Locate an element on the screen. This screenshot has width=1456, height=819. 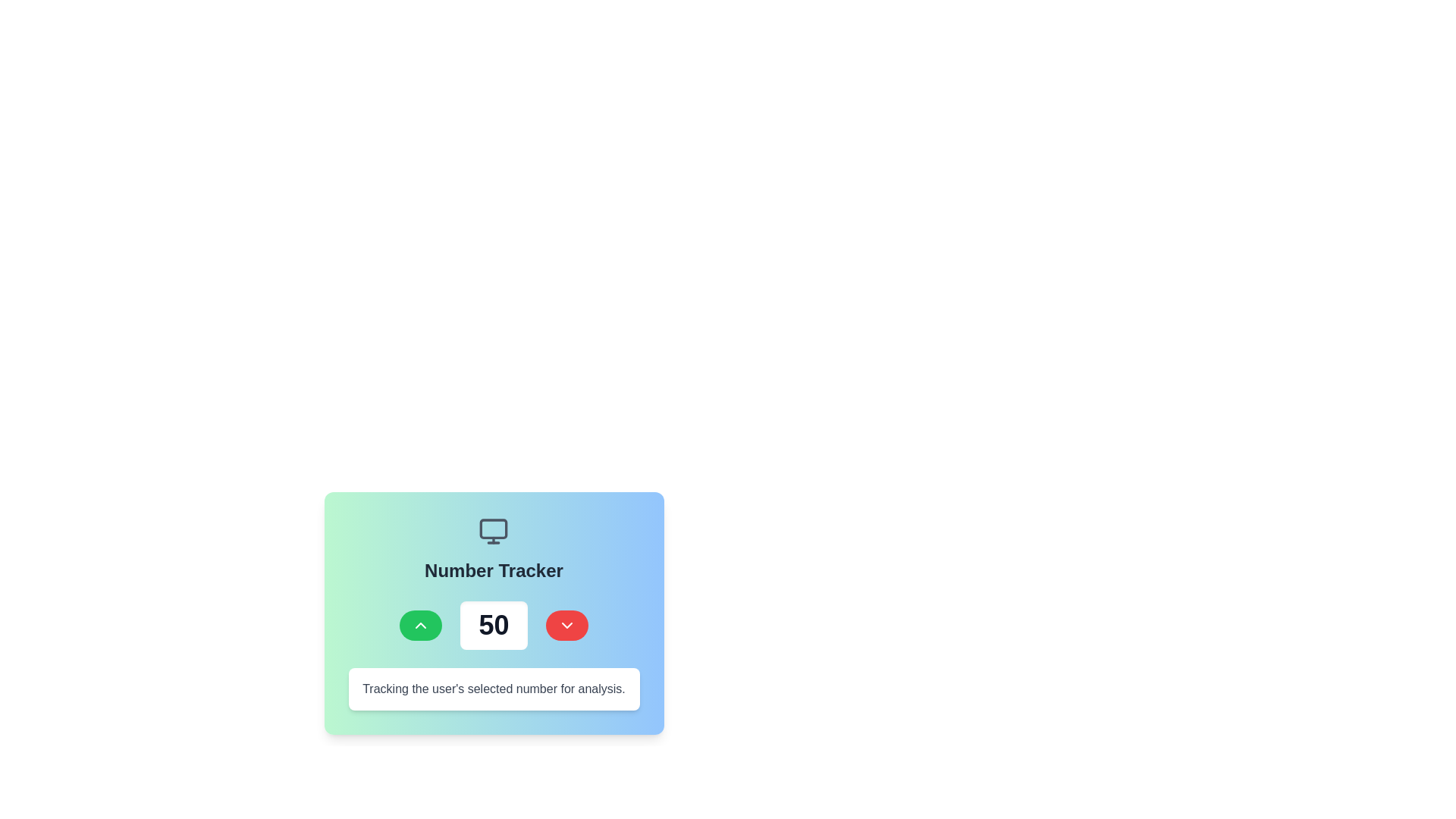
the static text display showing the number '50' in bold, large font with a white background and rounded corners is located at coordinates (494, 626).